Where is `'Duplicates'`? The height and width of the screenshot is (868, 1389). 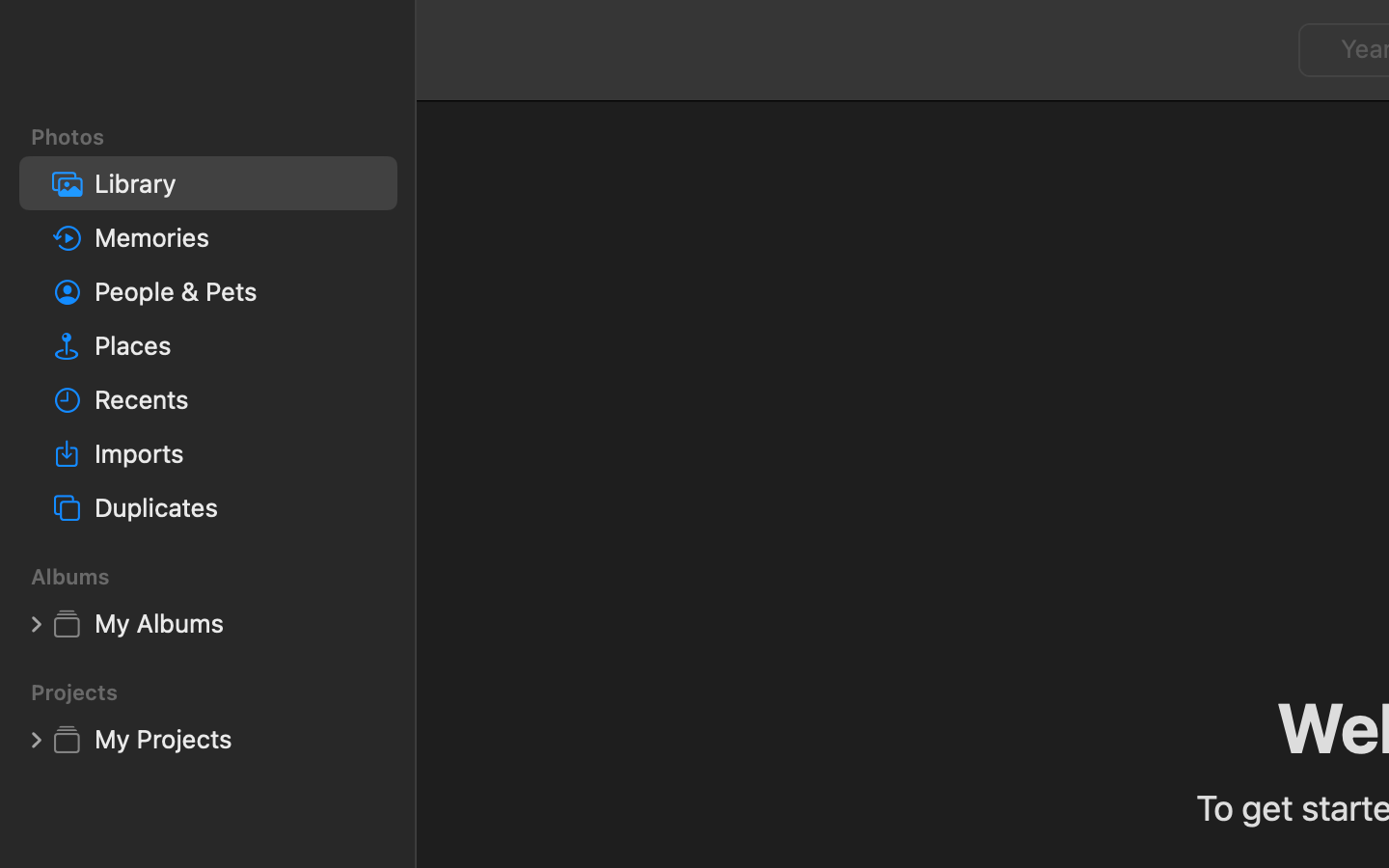 'Duplicates' is located at coordinates (236, 505).